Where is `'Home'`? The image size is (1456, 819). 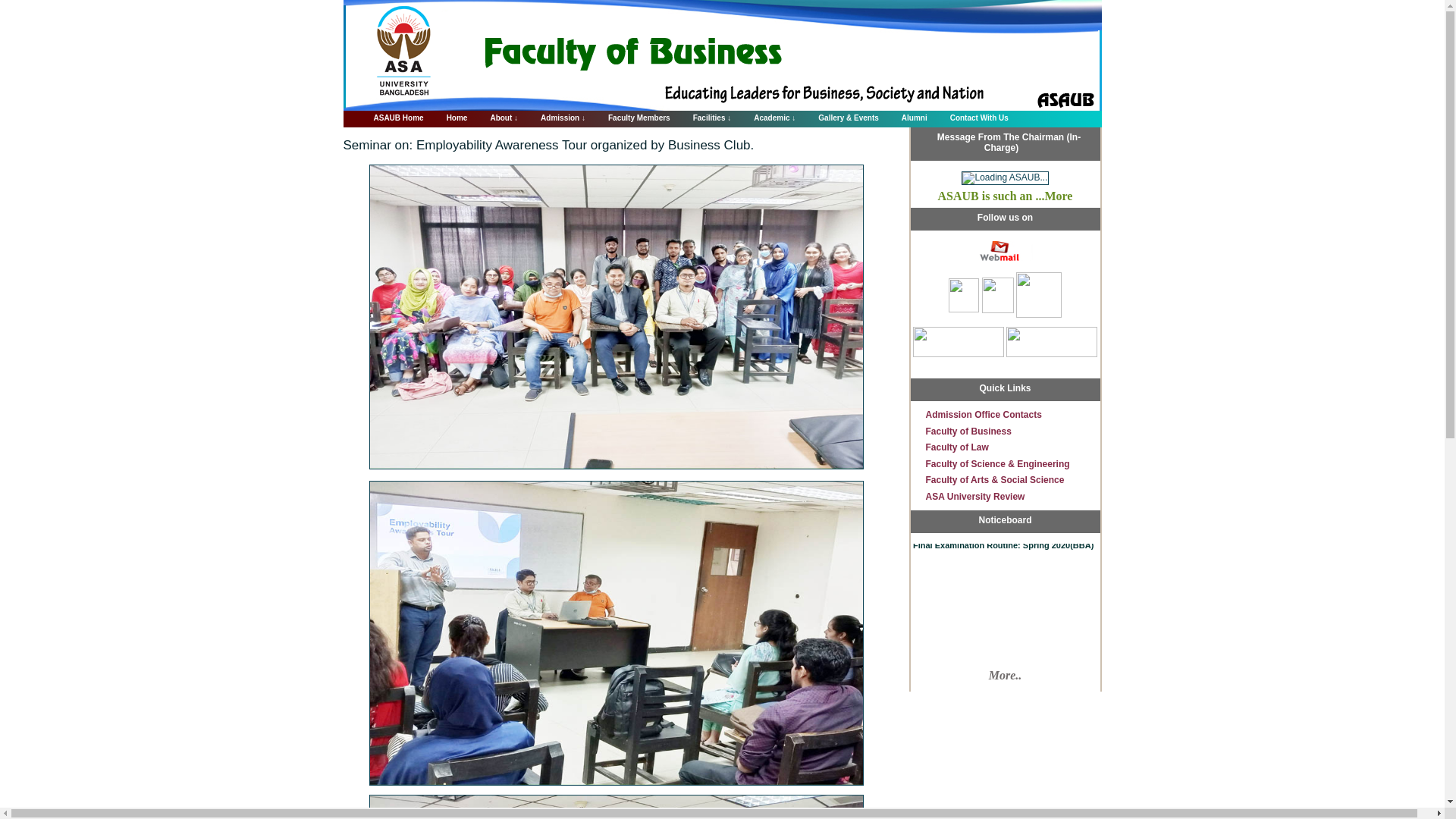 'Home' is located at coordinates (449, 115).